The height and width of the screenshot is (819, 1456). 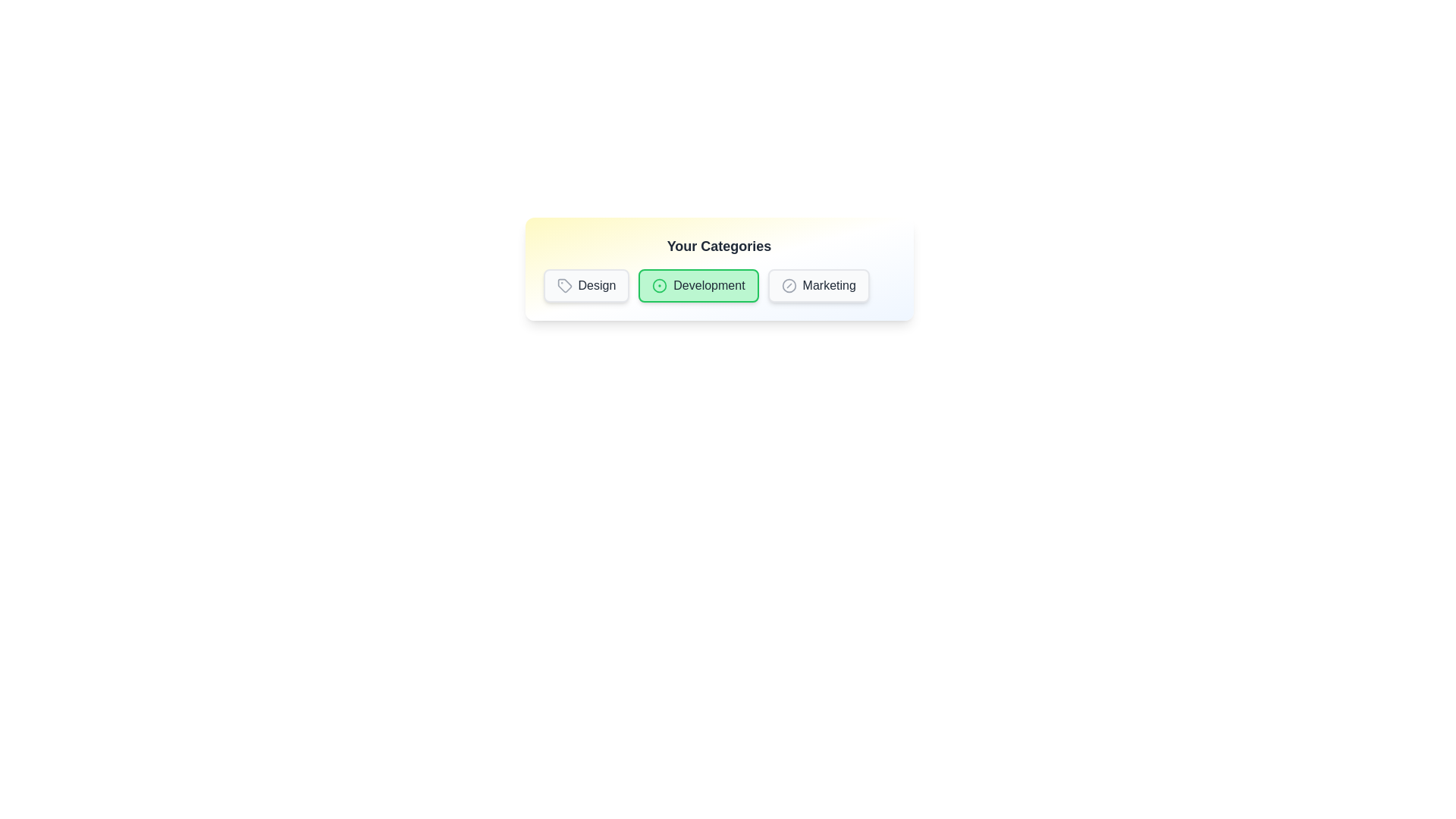 What do you see at coordinates (585, 286) in the screenshot?
I see `the badge labeled Design` at bounding box center [585, 286].